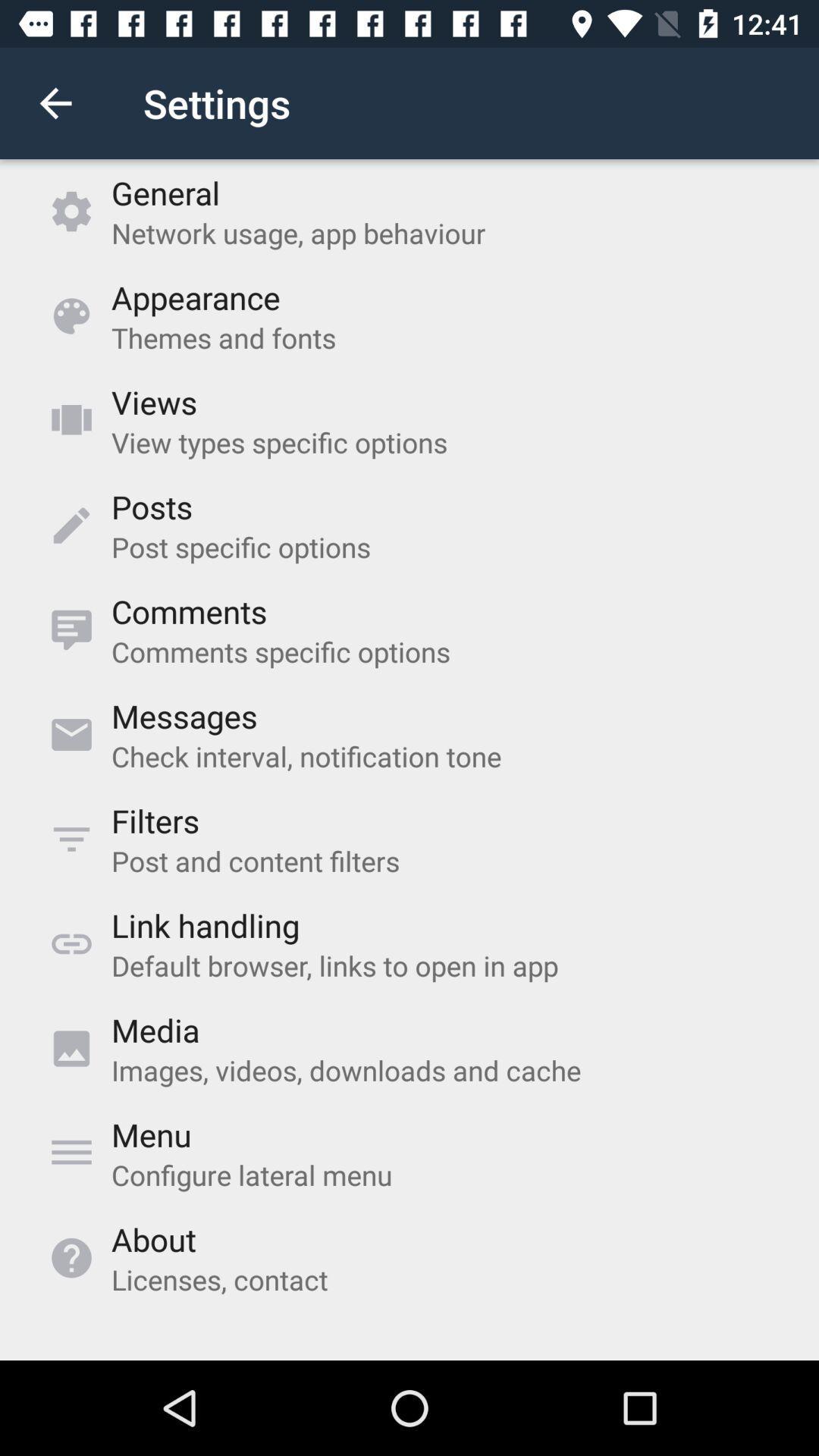 This screenshot has height=1456, width=819. I want to click on the posts, so click(152, 507).